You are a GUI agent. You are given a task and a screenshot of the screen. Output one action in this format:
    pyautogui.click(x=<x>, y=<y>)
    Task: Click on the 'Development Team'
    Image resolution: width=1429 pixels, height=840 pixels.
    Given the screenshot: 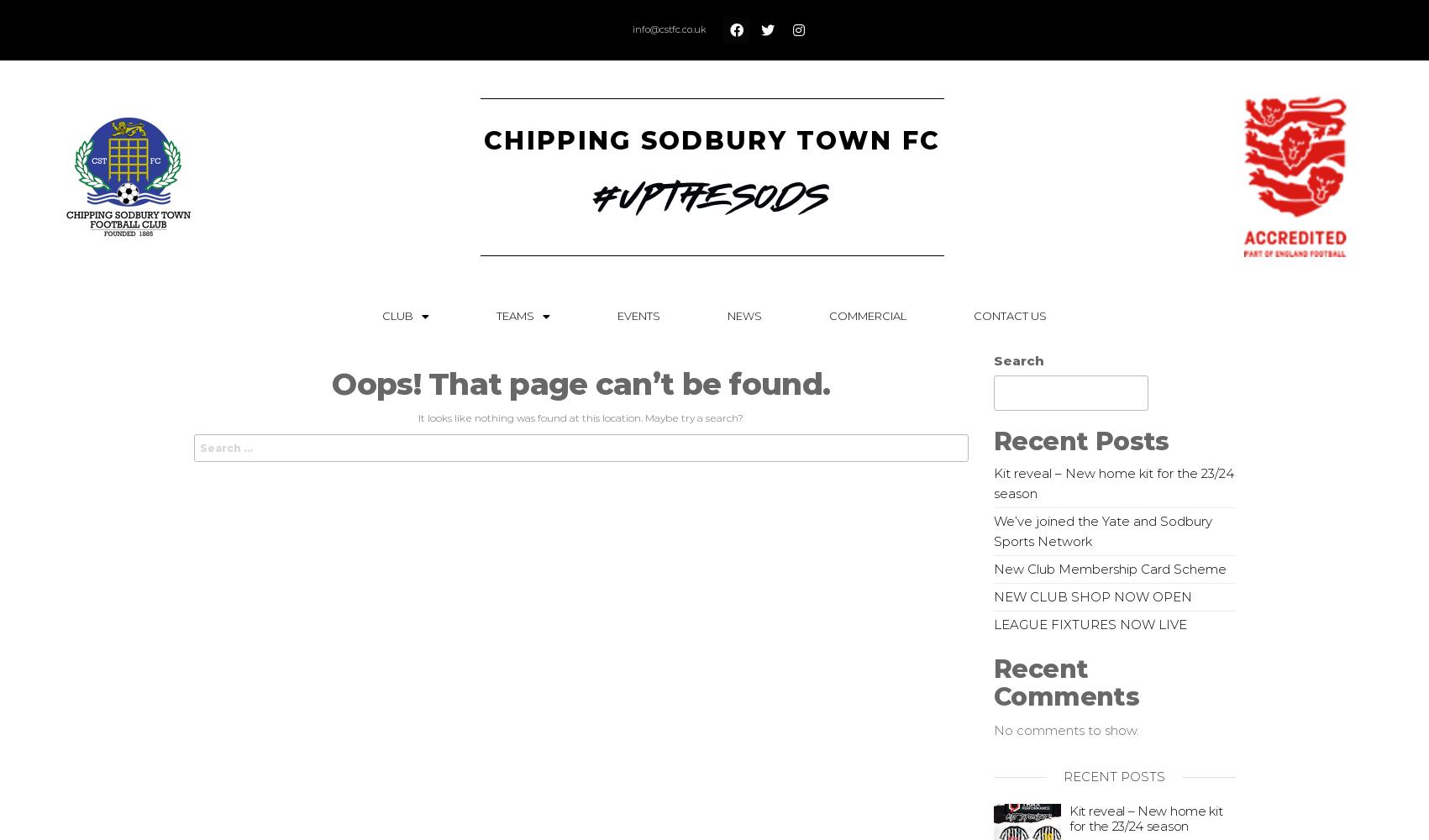 What is the action you would take?
    pyautogui.click(x=533, y=422)
    